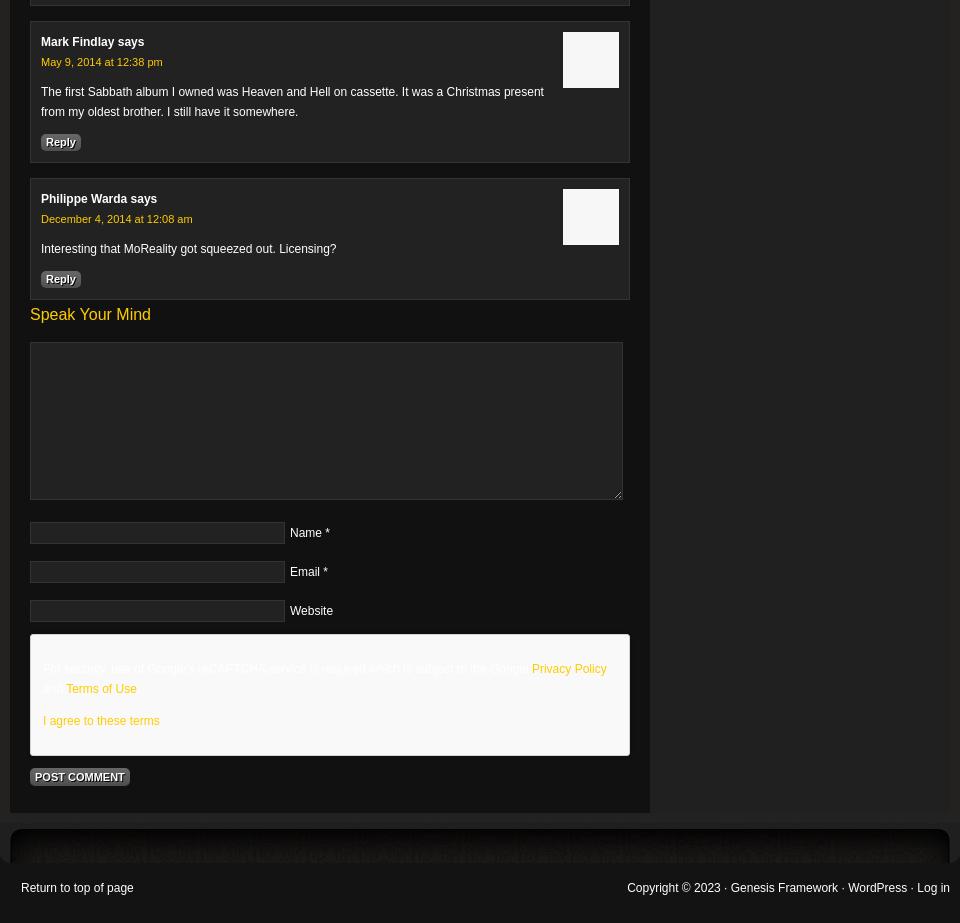  Describe the element at coordinates (286, 667) in the screenshot. I see `'For security, use of Google's reCAPTCHA service is required which is subject to the Google'` at that location.